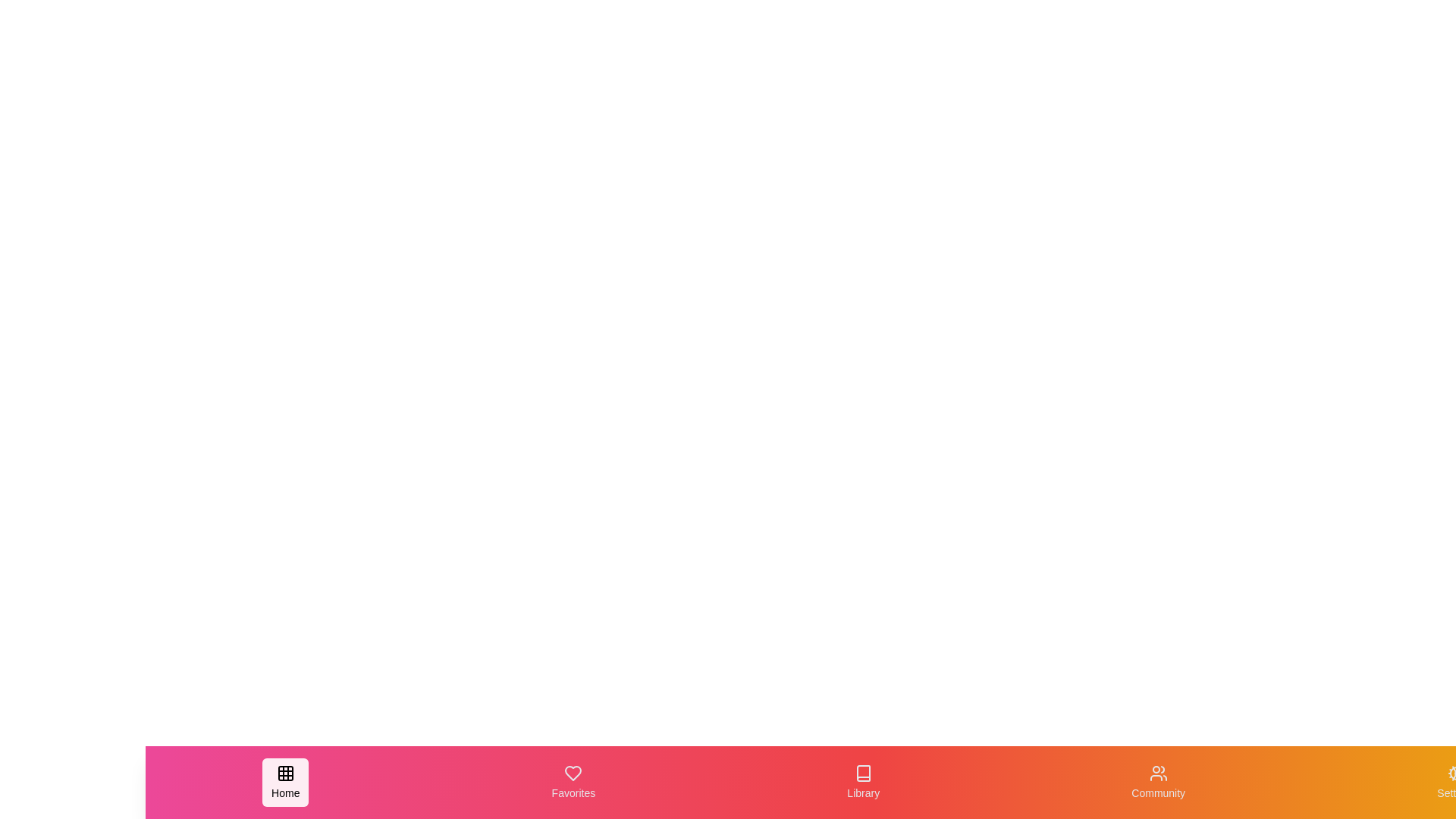 This screenshot has height=819, width=1456. Describe the element at coordinates (573, 783) in the screenshot. I see `the navigation item Favorites` at that location.